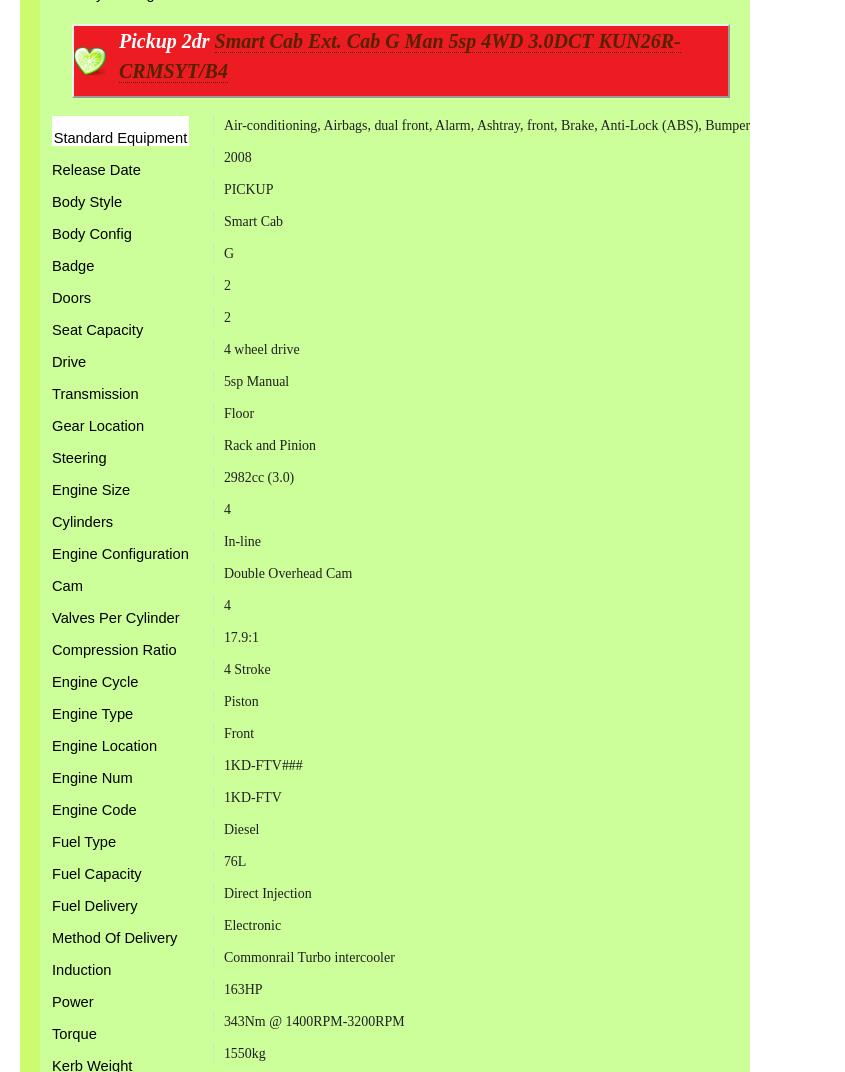  I want to click on 'Method Of Delivery', so click(114, 938).